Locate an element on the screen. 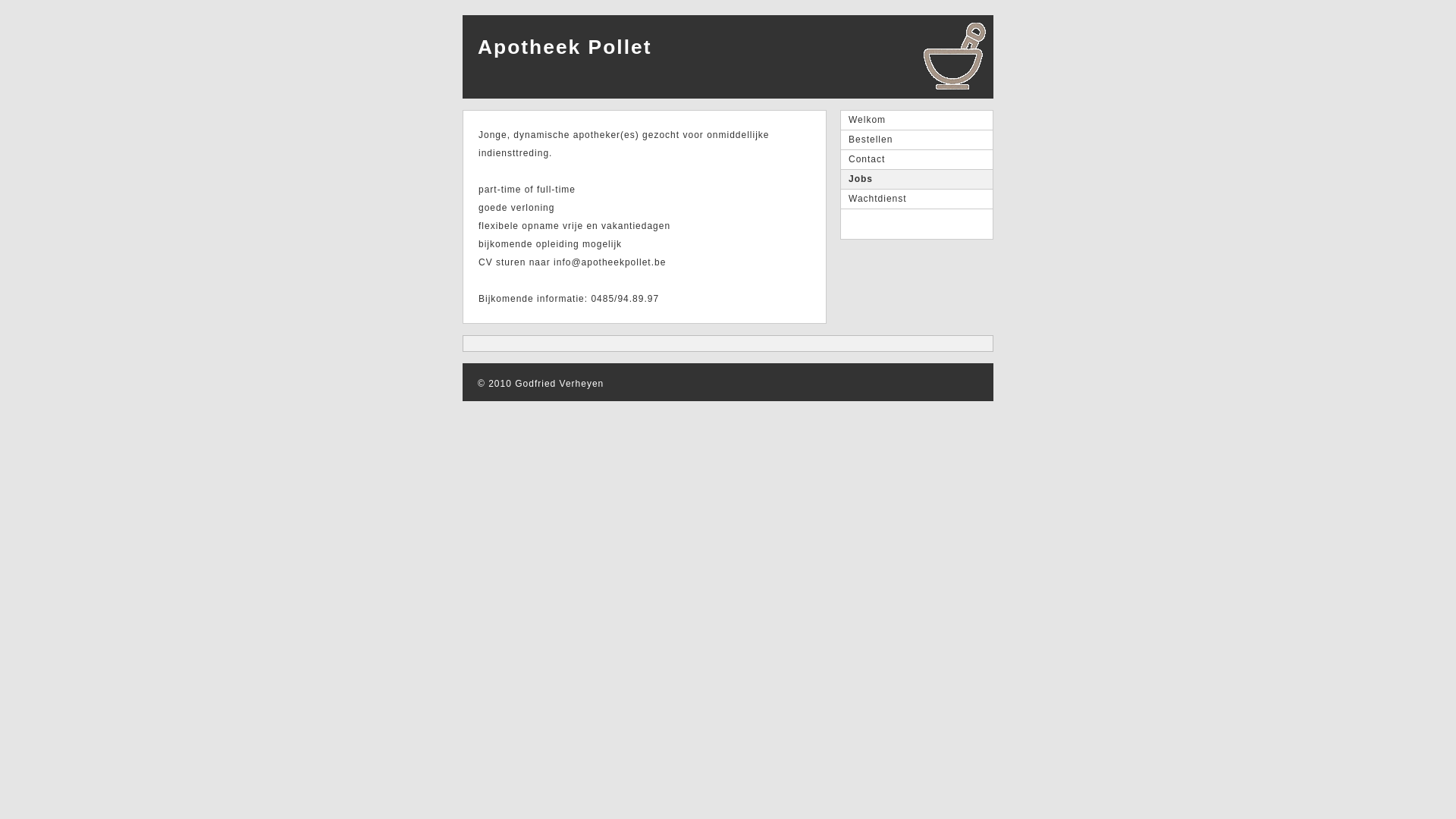  'Bestellen' is located at coordinates (916, 140).